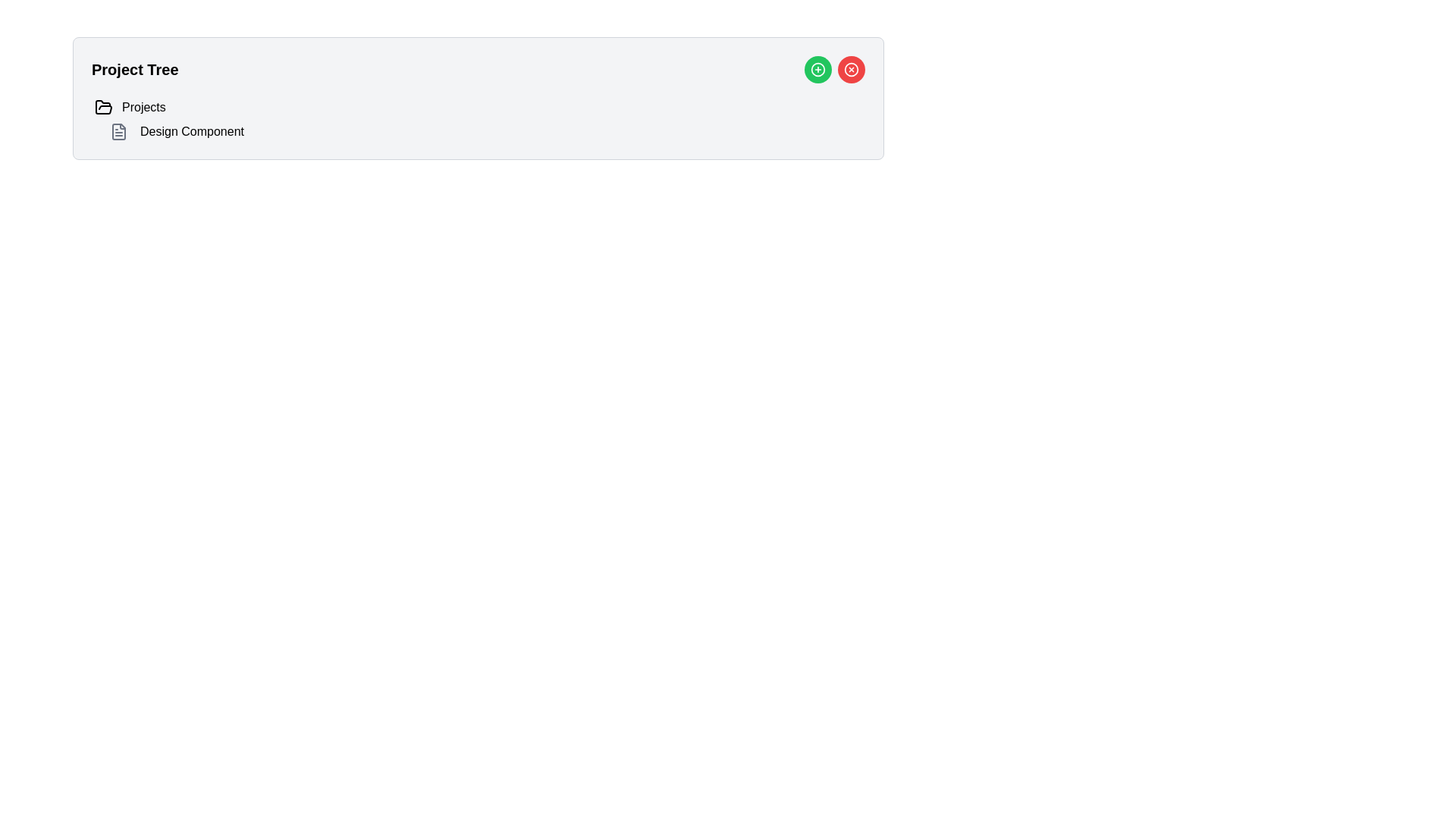 The height and width of the screenshot is (819, 1456). What do you see at coordinates (103, 107) in the screenshot?
I see `the interactive folder icon located to the left of the text 'Projects' in the 'Project Tree' section` at bounding box center [103, 107].